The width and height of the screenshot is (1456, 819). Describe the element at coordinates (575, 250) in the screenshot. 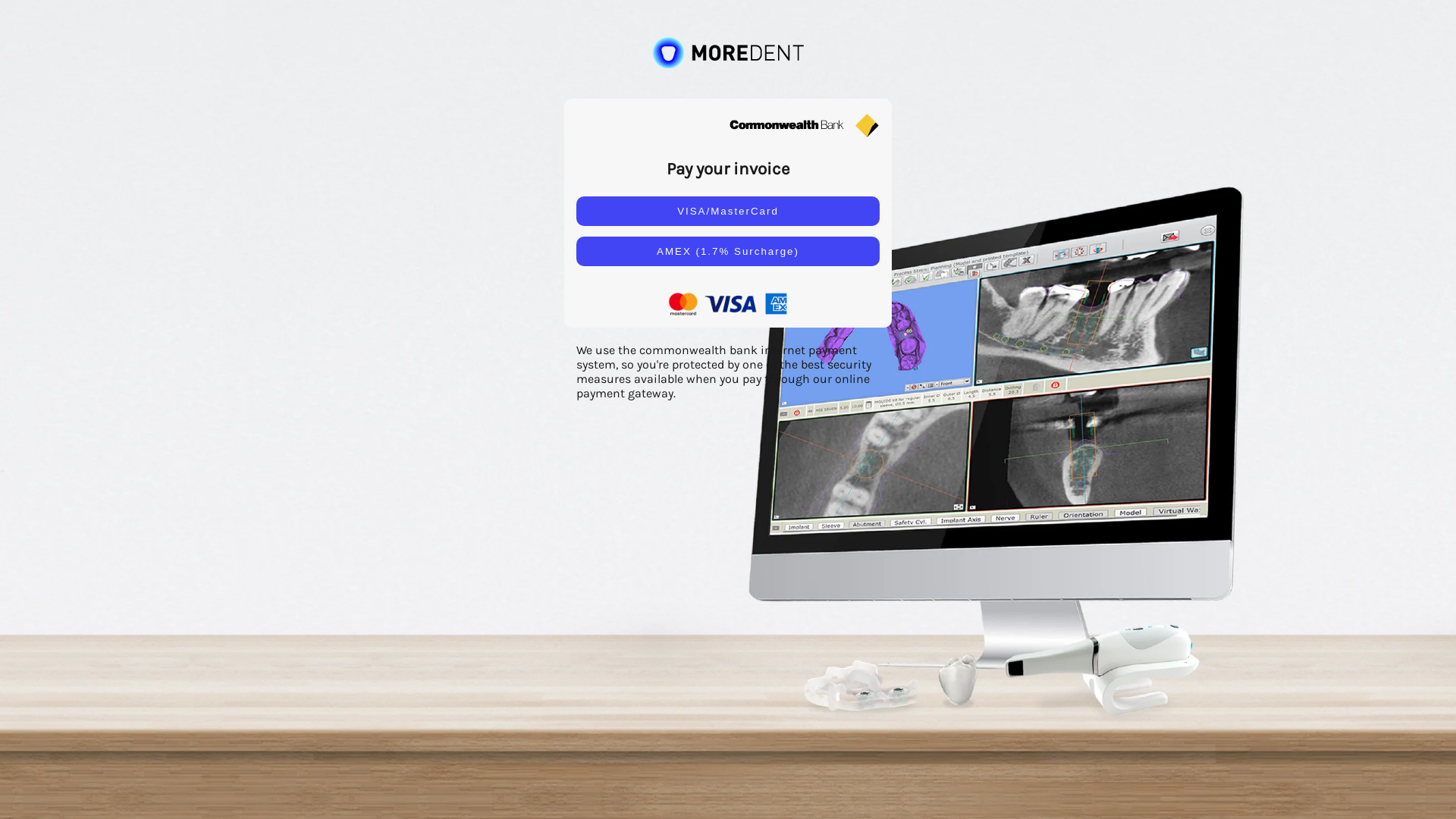

I see `'AMEX (1.7% Surcharge)'` at that location.